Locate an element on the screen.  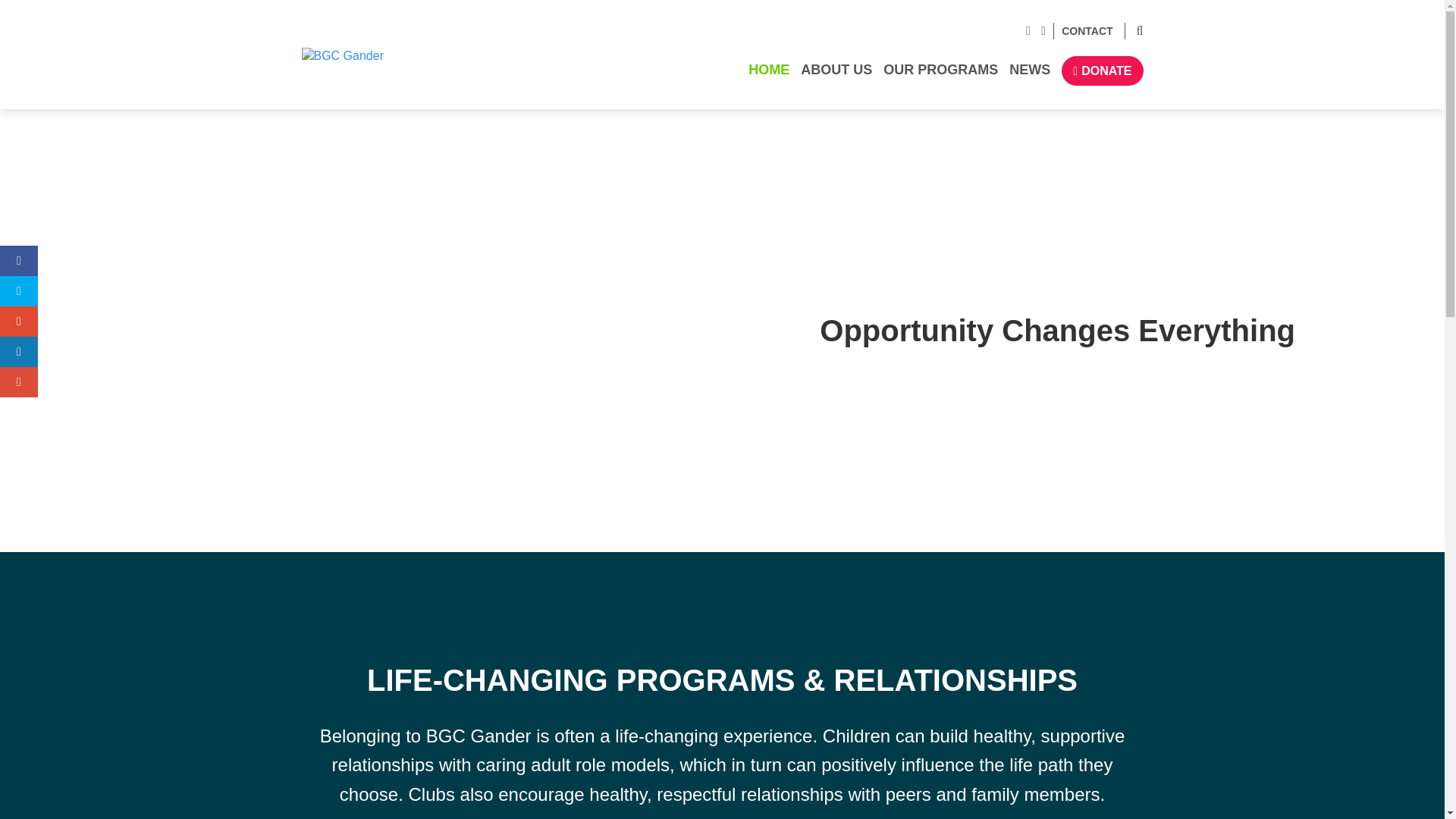
'NEWS' is located at coordinates (1030, 76).